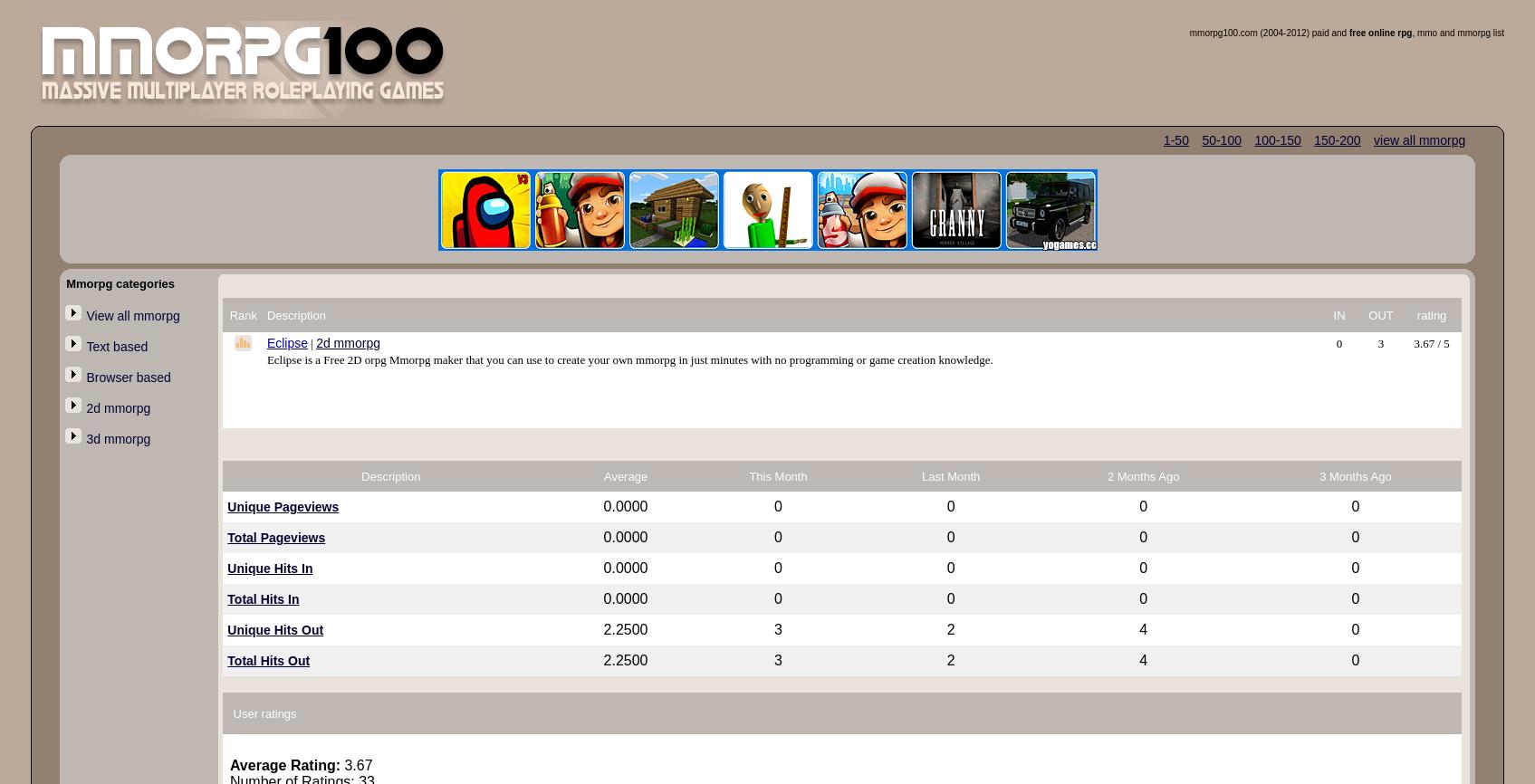 This screenshot has width=1535, height=784. Describe the element at coordinates (1337, 140) in the screenshot. I see `'150-200'` at that location.